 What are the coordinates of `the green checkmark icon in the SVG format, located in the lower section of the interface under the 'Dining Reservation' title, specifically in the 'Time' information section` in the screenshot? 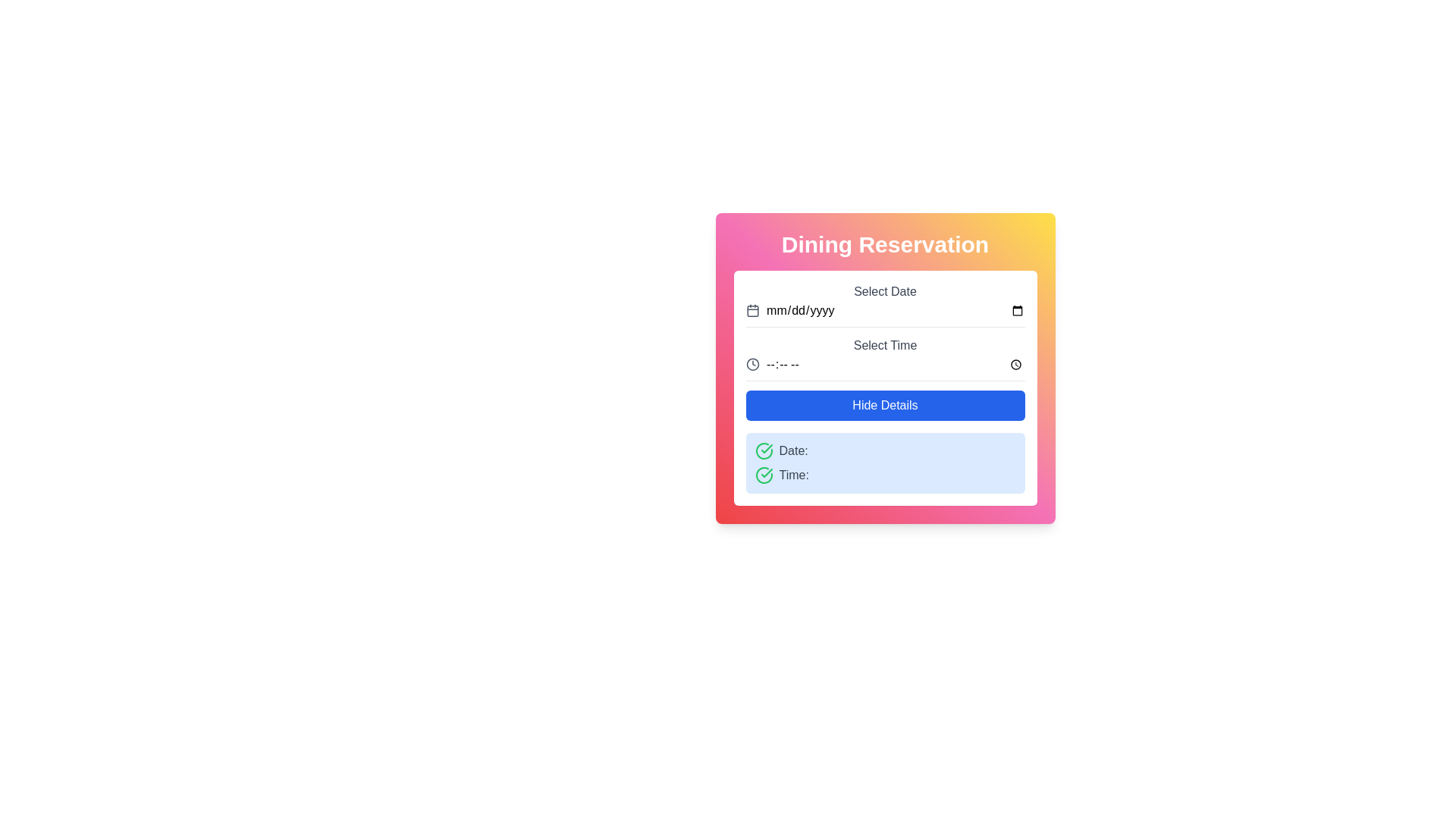 It's located at (767, 447).